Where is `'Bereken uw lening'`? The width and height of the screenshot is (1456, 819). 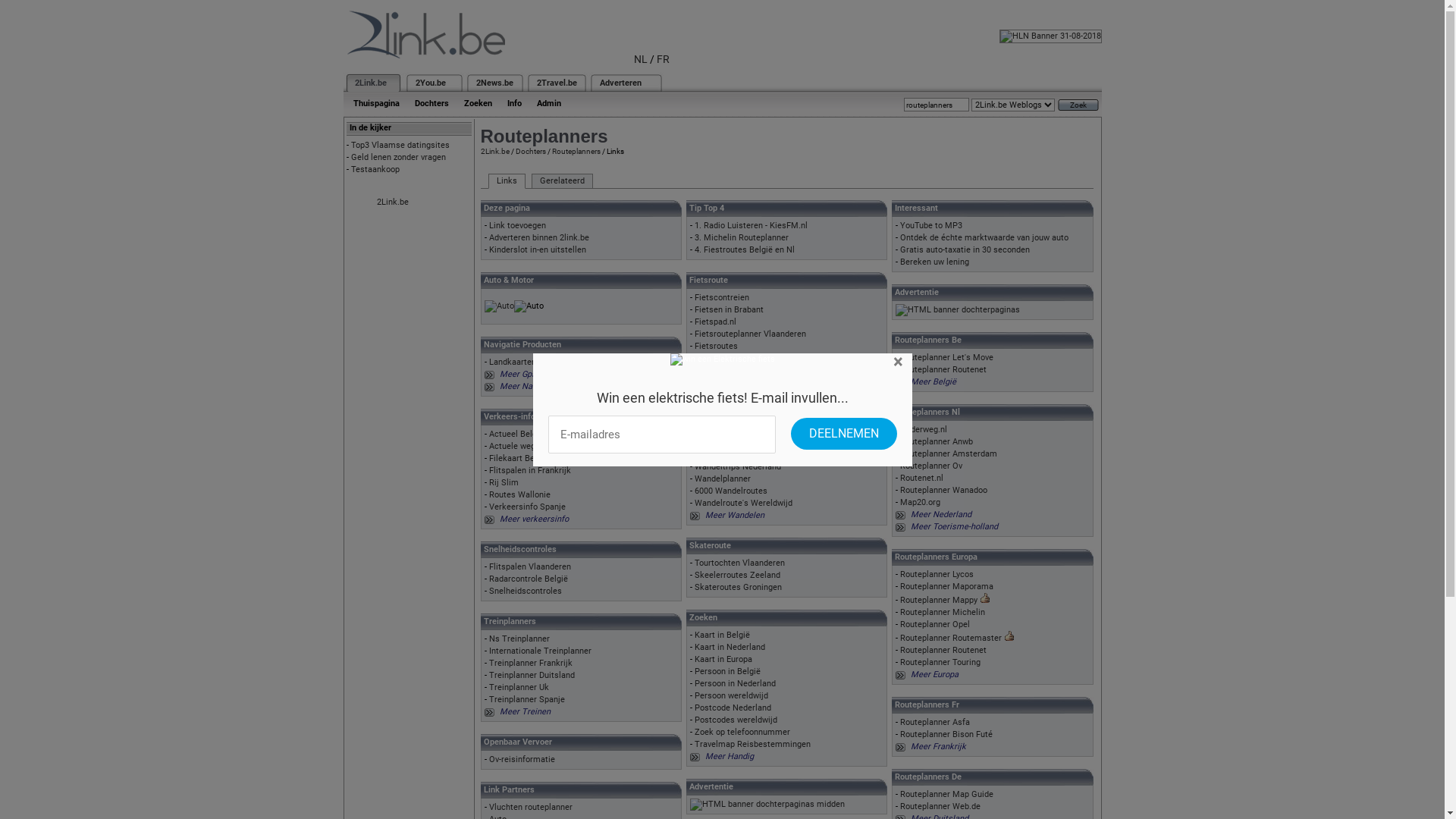
'Bereken uw lening' is located at coordinates (934, 261).